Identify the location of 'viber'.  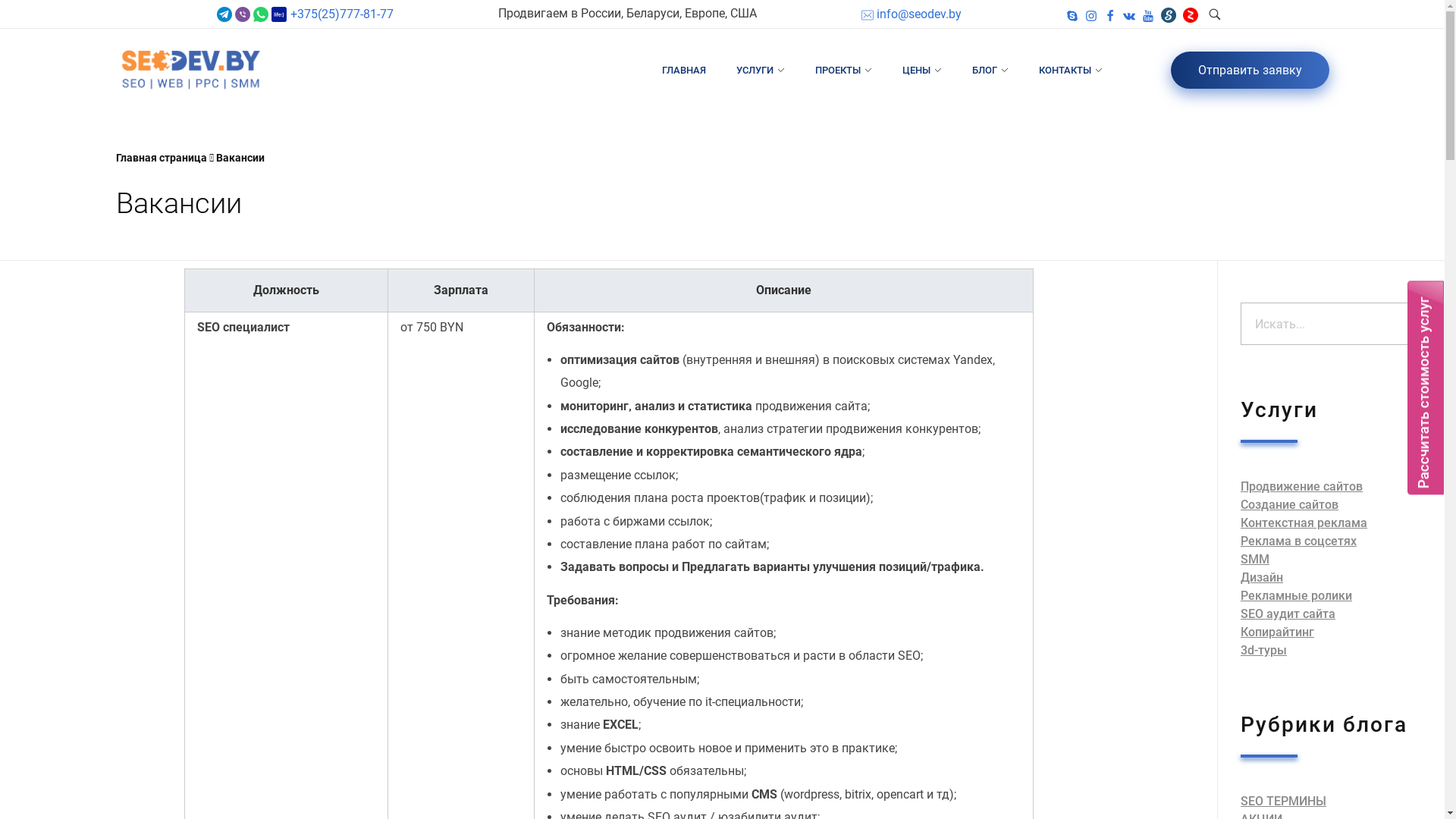
(243, 14).